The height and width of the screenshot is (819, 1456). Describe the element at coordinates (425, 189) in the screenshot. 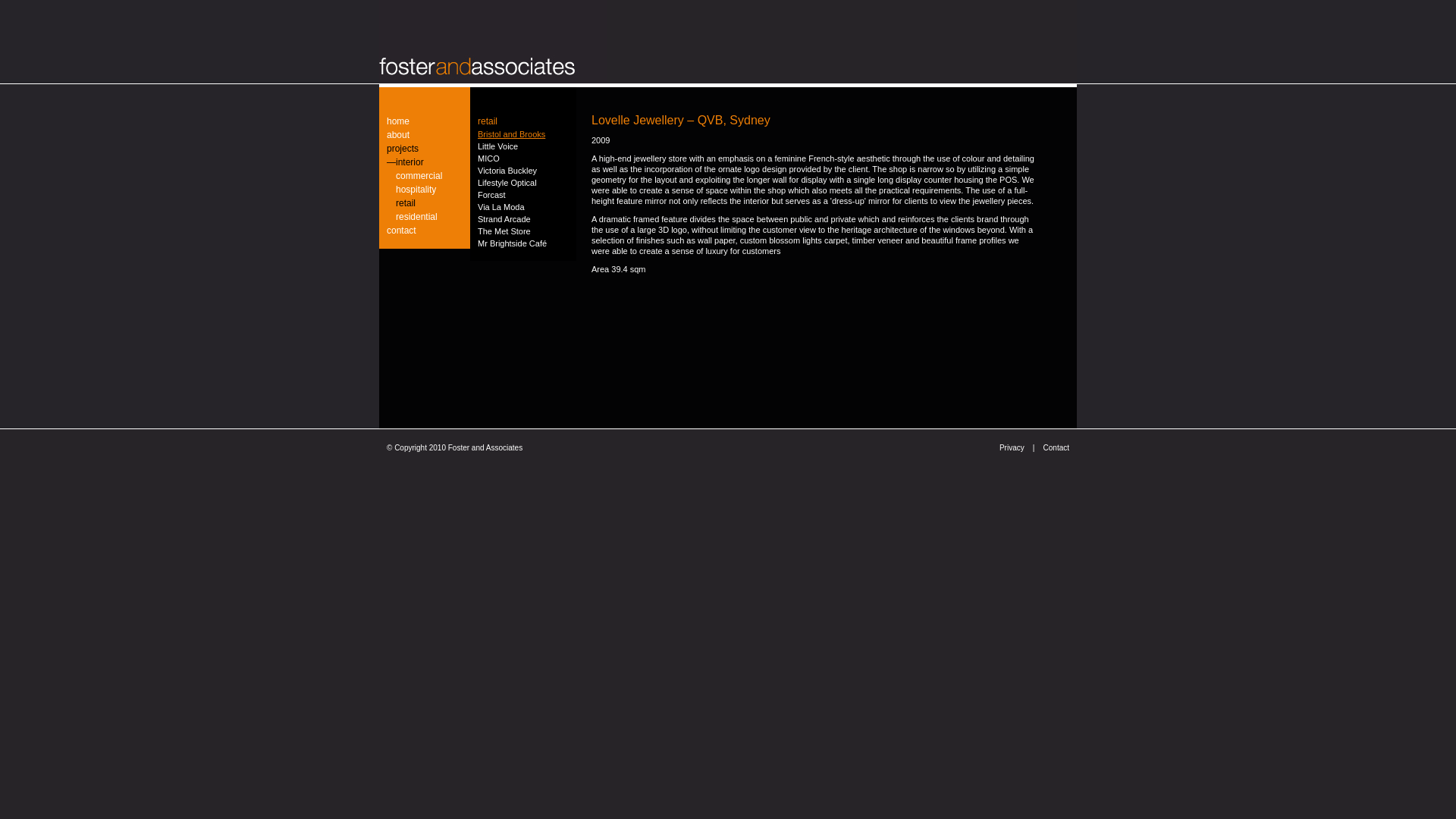

I see `'hospitality'` at that location.